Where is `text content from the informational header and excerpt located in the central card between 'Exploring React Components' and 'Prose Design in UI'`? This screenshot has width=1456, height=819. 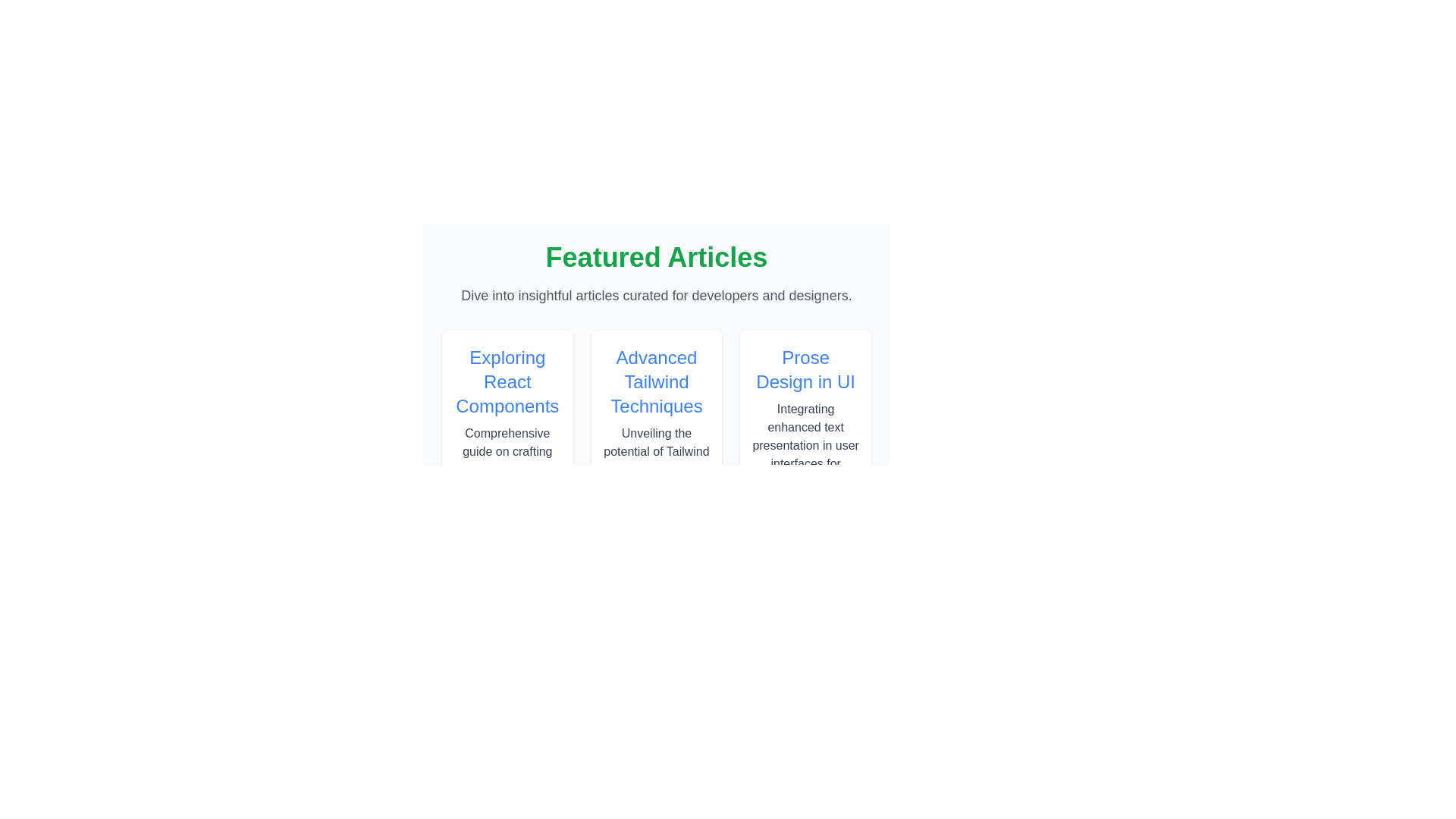 text content from the informational header and excerpt located in the central card between 'Exploring React Components' and 'Prose Design in UI' is located at coordinates (656, 421).